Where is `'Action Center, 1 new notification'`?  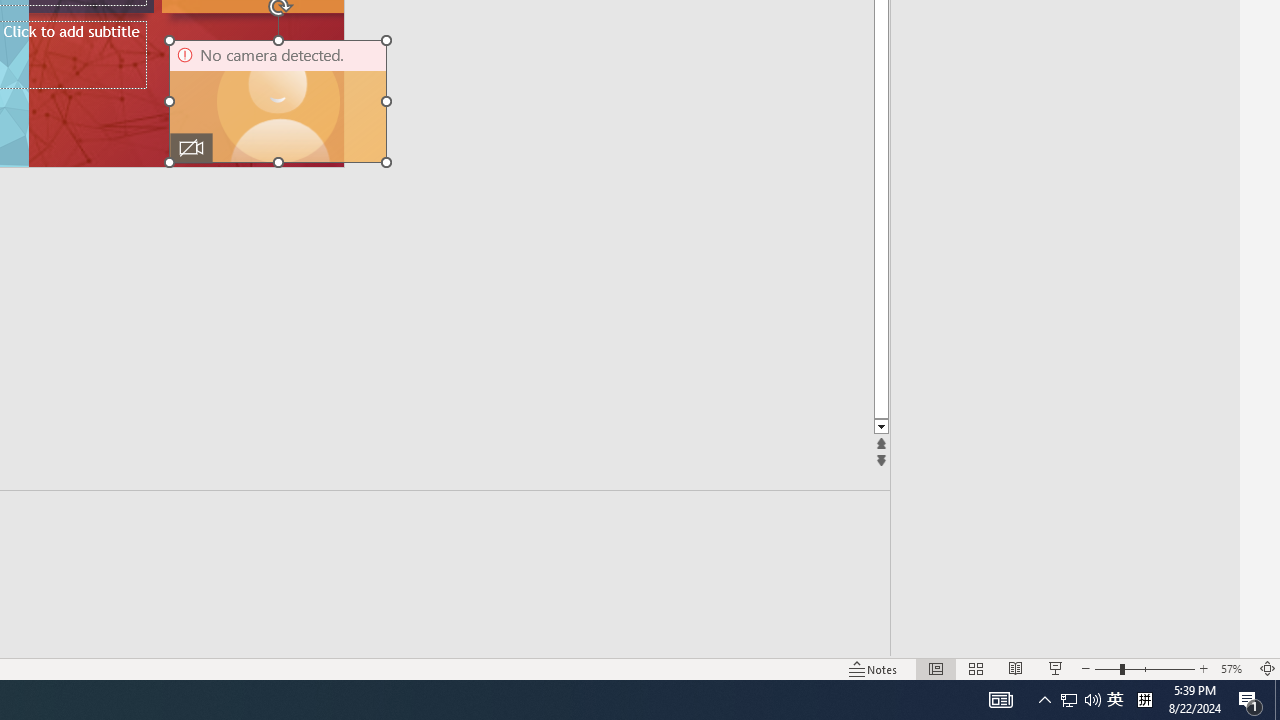
'Action Center, 1 new notification' is located at coordinates (1250, 698).